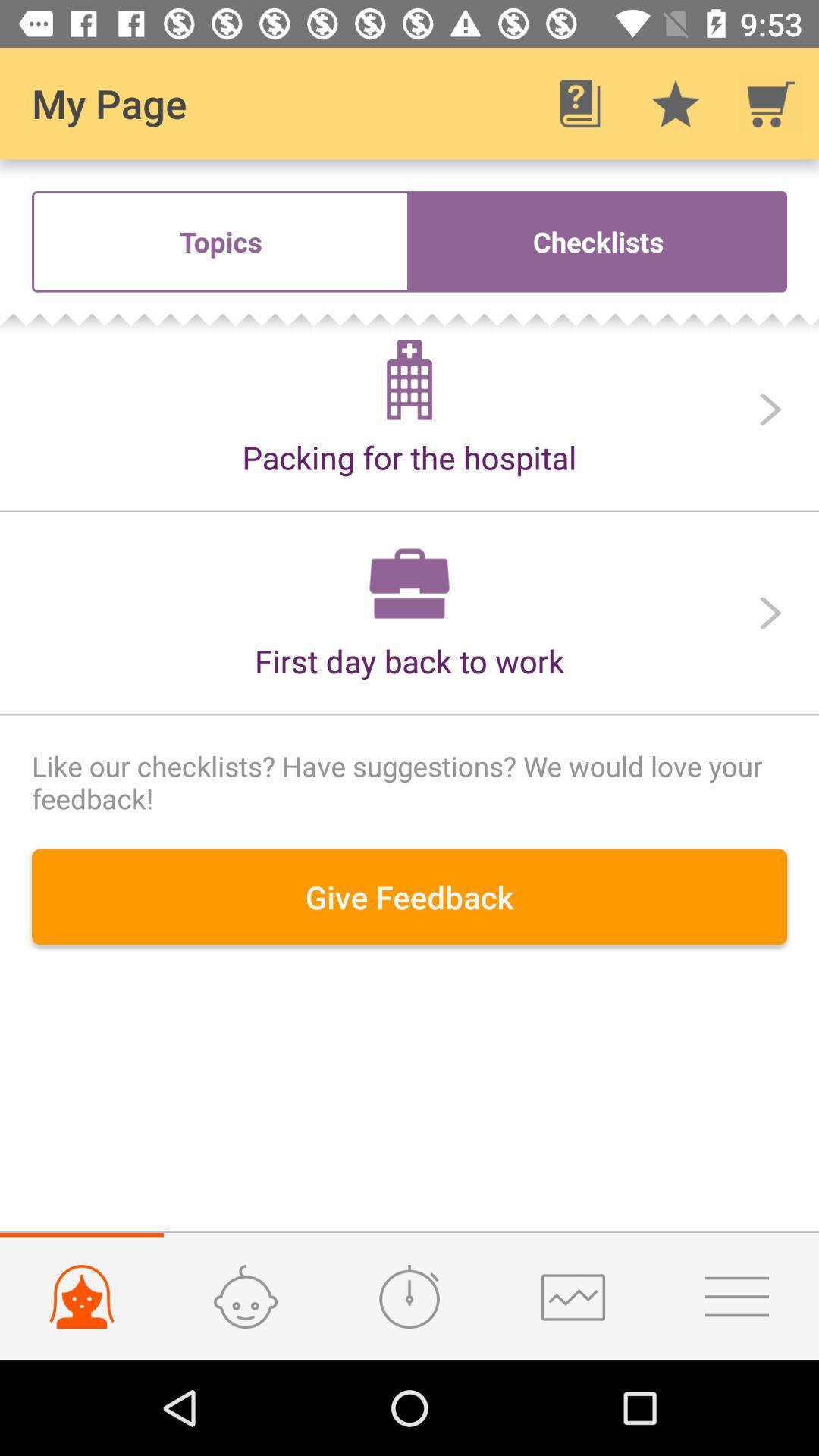 The width and height of the screenshot is (819, 1456). What do you see at coordinates (579, 102) in the screenshot?
I see `item to the right of the my page icon` at bounding box center [579, 102].